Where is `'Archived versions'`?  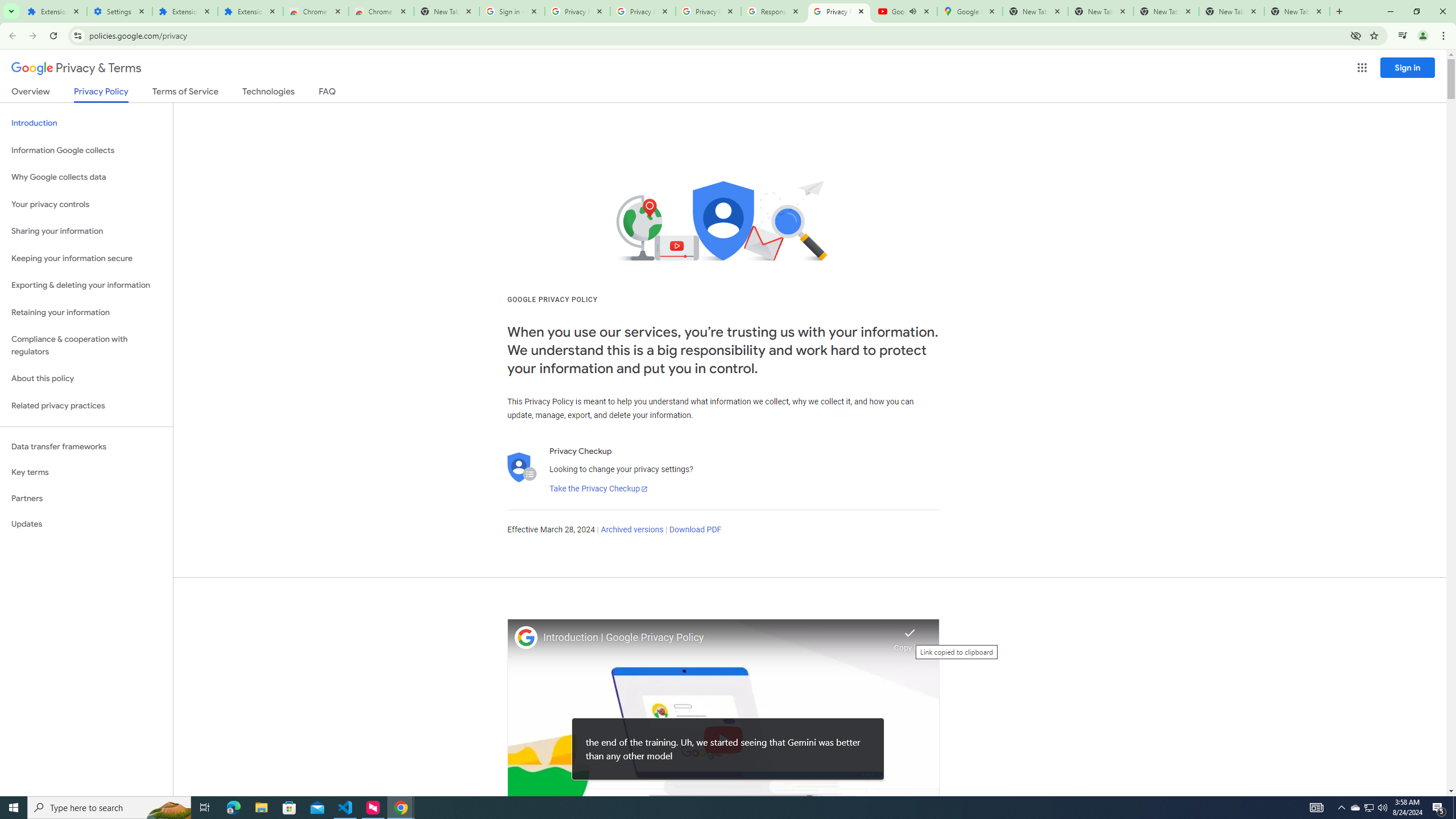
'Archived versions' is located at coordinates (631, 529).